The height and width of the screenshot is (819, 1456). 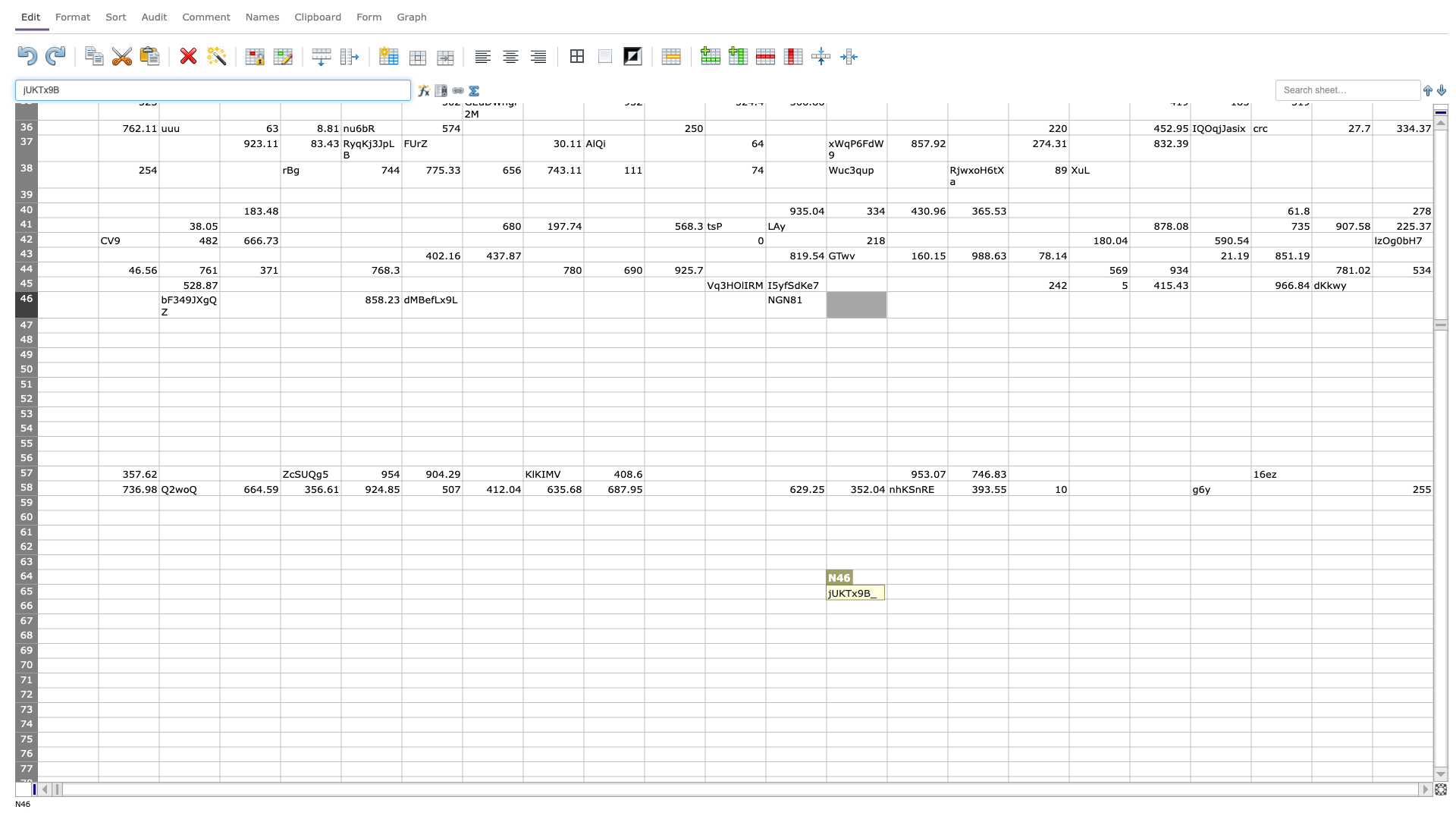 What do you see at coordinates (946, 613) in the screenshot?
I see `Auto-fill point of cell O66` at bounding box center [946, 613].